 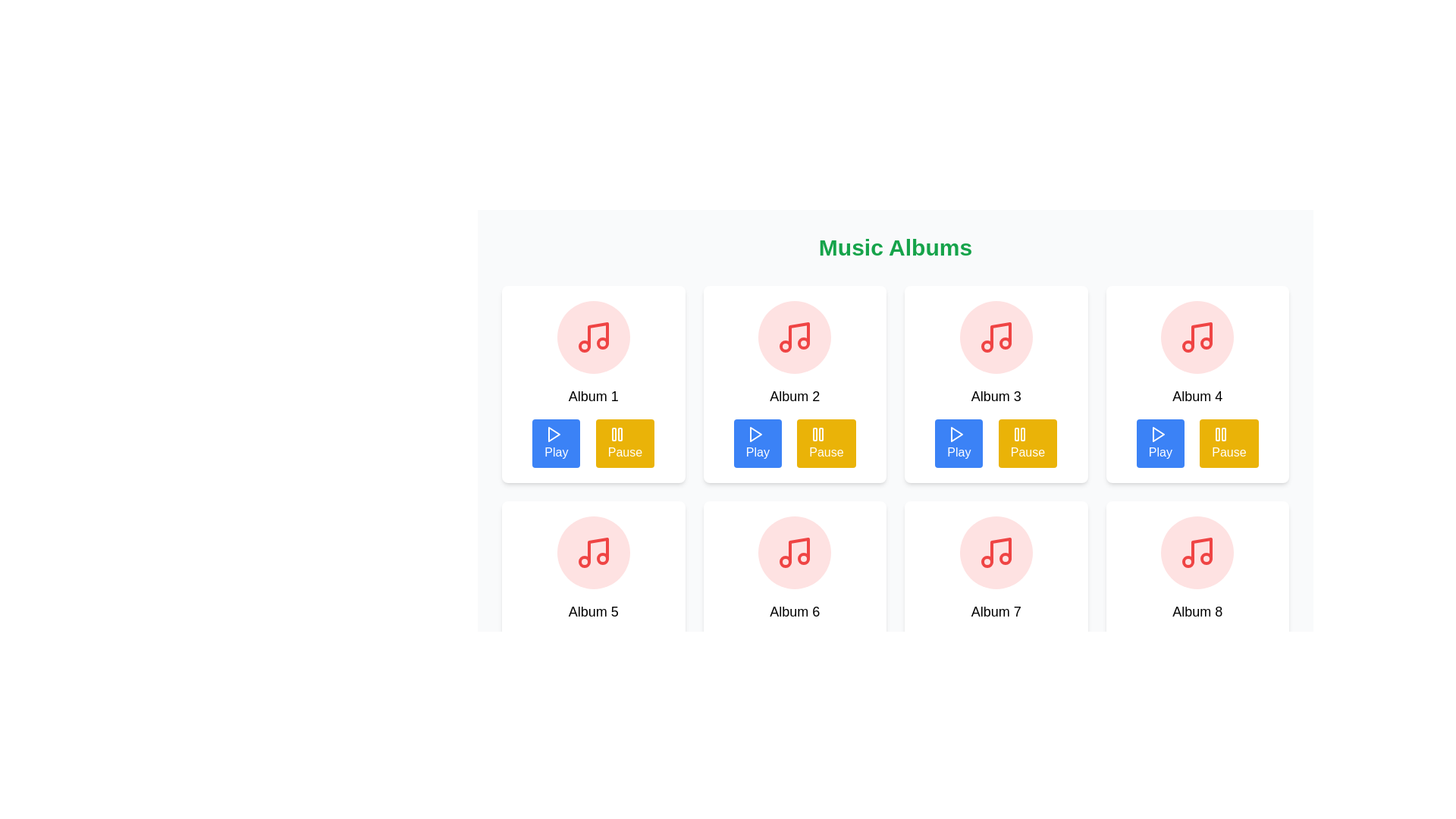 I want to click on the circular dot within the music note icon associated with 'Album 7', located in the second row, third column of the album grid, so click(x=987, y=561).